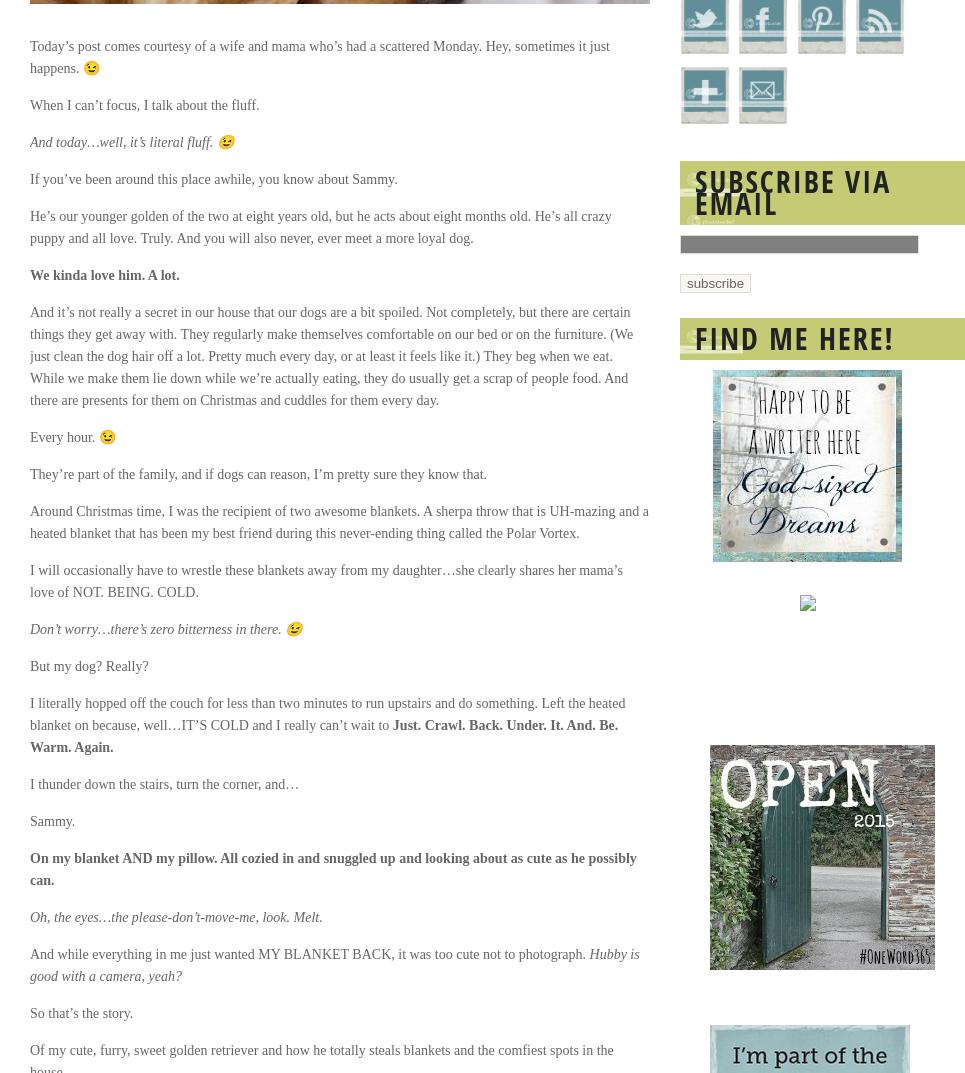 The width and height of the screenshot is (965, 1073). I want to click on 'Around Christmas time, I was the recipient of two awesome blankets. A sherpa throw that is UH-mazing and a heated blanket that has been my best friend during this never-ending thing called the Polar Vortex.', so click(339, 521).